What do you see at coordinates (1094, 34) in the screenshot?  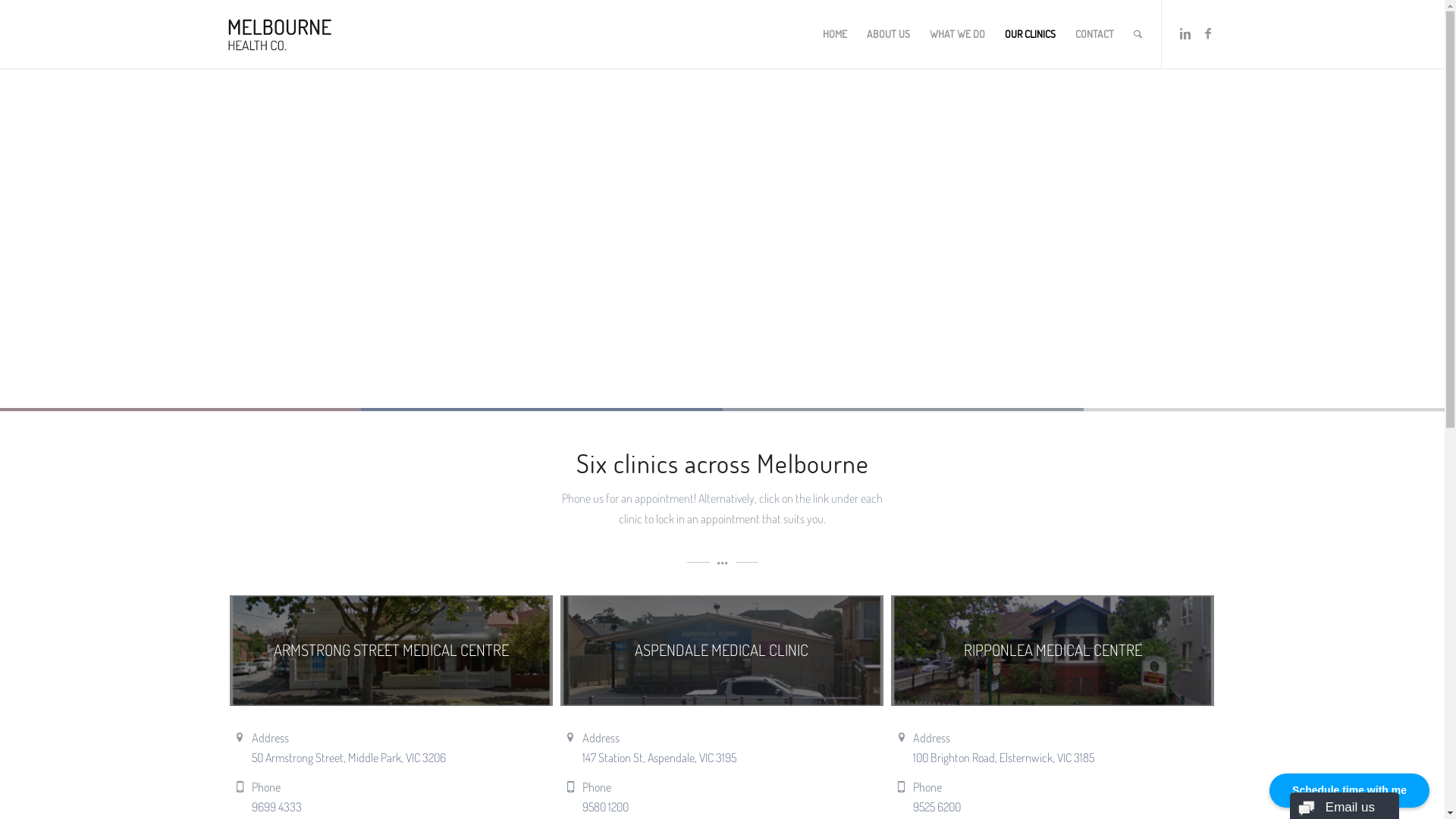 I see `'CONTACT'` at bounding box center [1094, 34].